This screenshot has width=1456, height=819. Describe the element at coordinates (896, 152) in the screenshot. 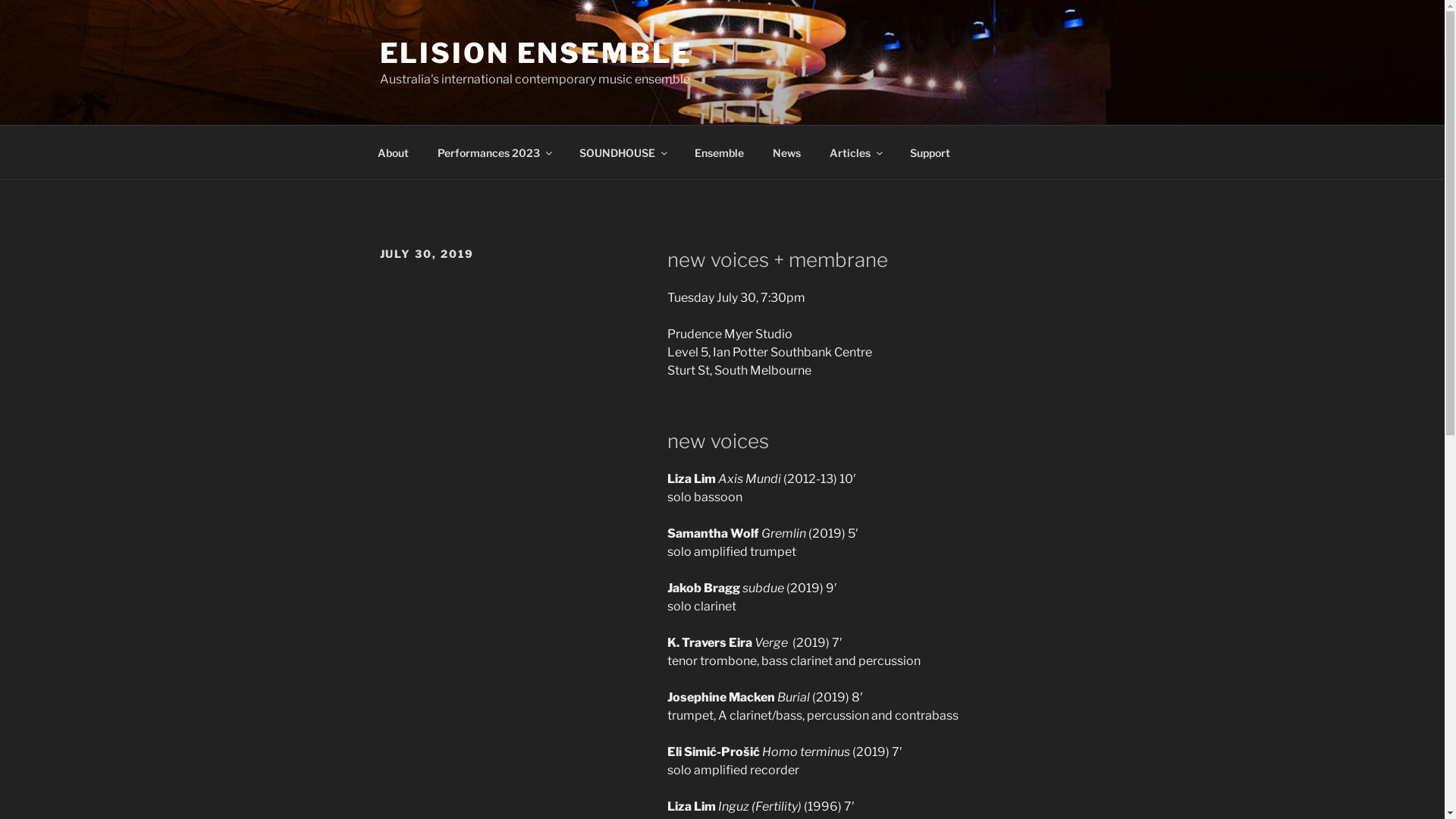

I see `'Support'` at that location.